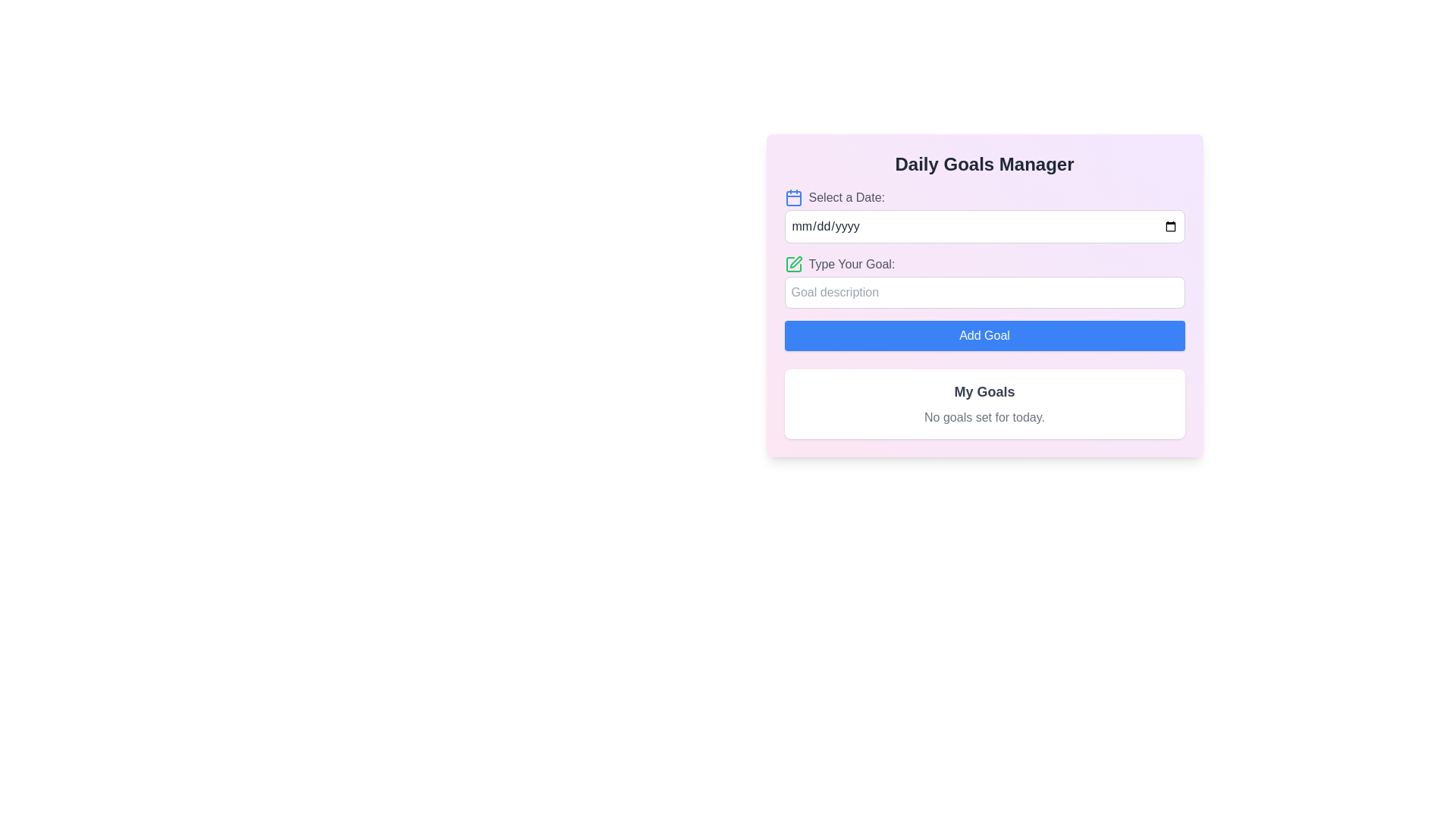 The width and height of the screenshot is (1456, 819). Describe the element at coordinates (984, 227) in the screenshot. I see `the Date input field located in the 'Select a Date:' section to focus on it` at that location.